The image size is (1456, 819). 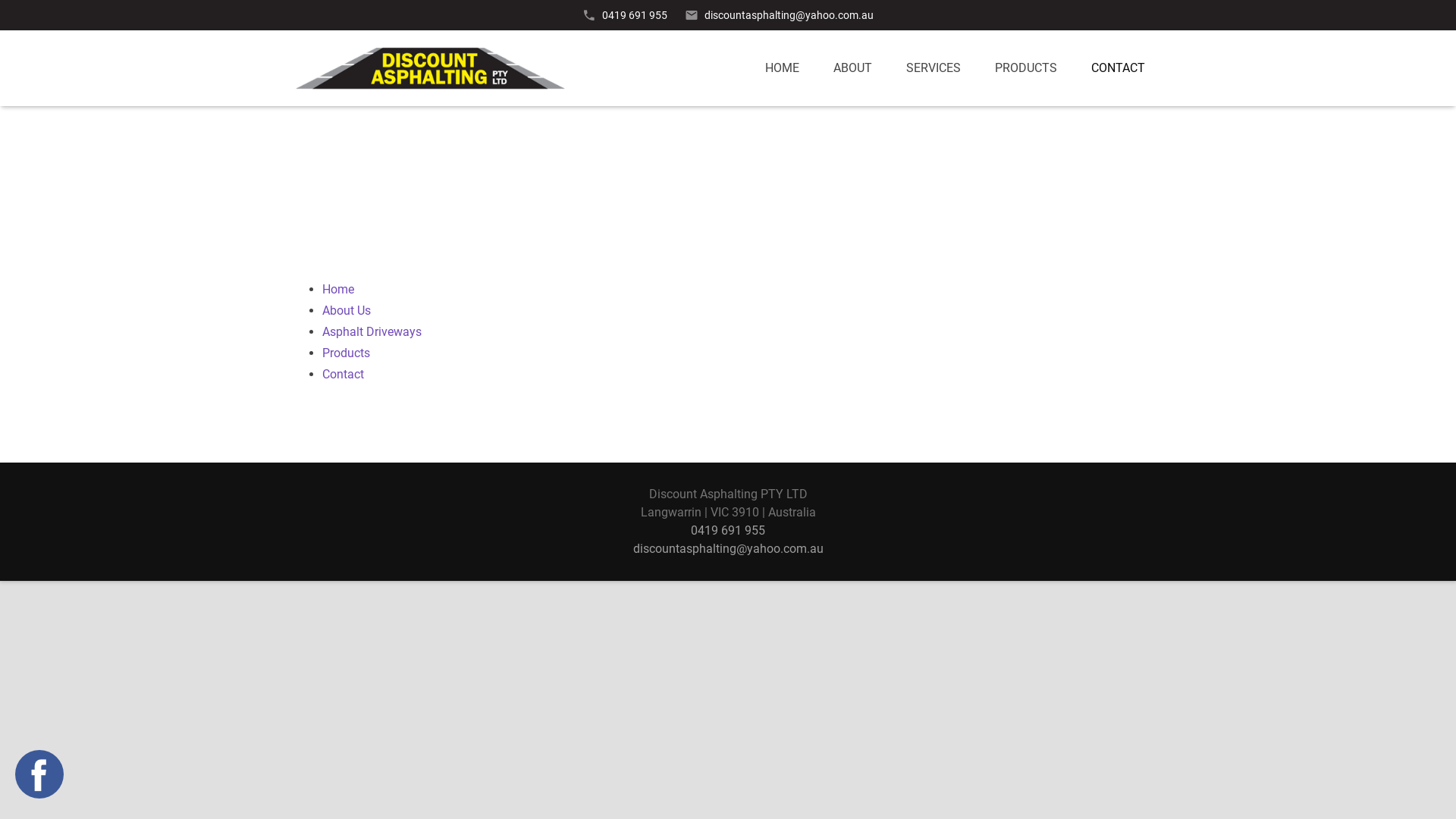 What do you see at coordinates (789, 14) in the screenshot?
I see `'discountasphalting@yahoo.com.au'` at bounding box center [789, 14].